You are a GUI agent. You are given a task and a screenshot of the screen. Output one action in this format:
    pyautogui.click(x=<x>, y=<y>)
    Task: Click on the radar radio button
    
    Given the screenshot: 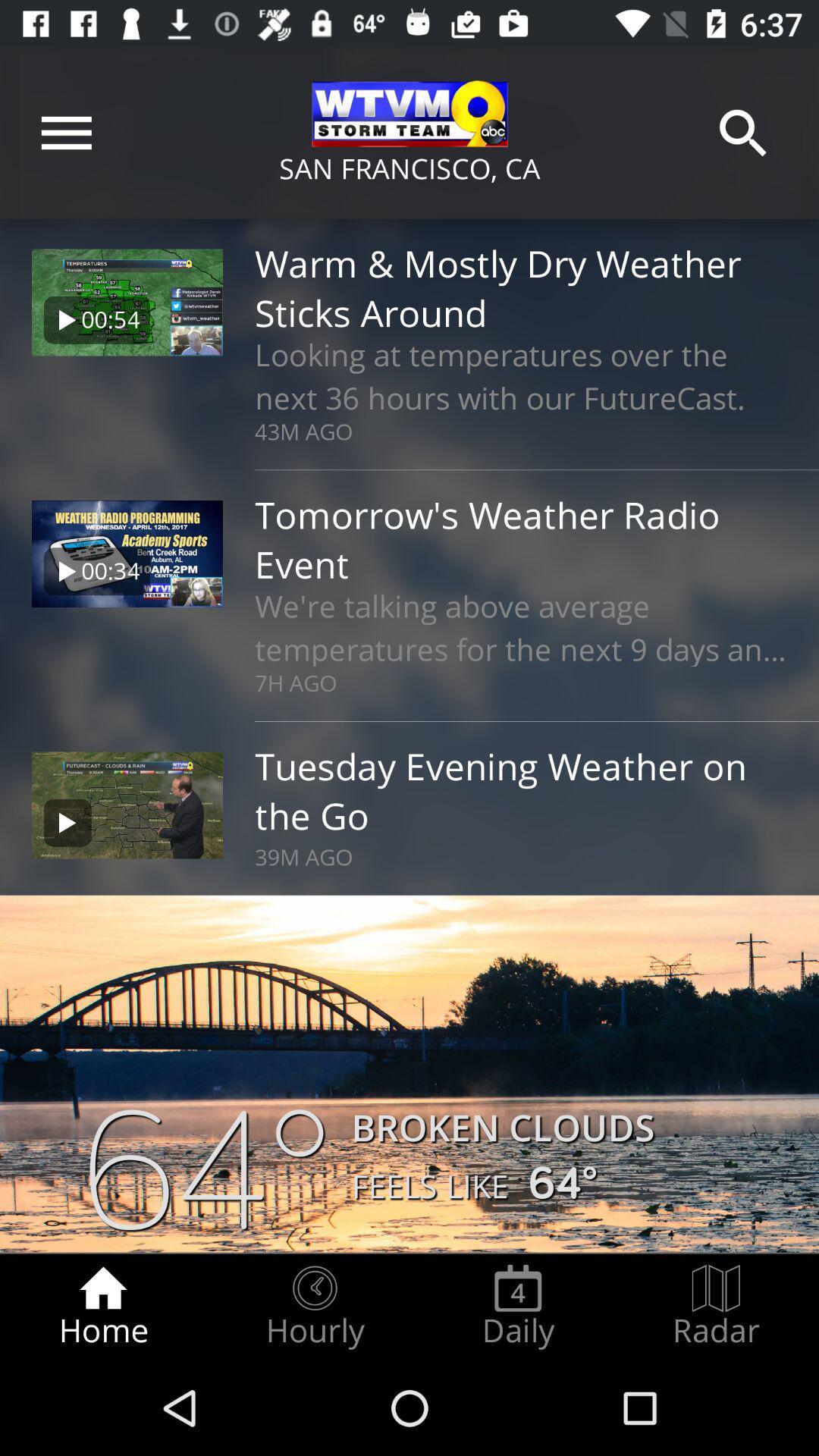 What is the action you would take?
    pyautogui.click(x=716, y=1306)
    